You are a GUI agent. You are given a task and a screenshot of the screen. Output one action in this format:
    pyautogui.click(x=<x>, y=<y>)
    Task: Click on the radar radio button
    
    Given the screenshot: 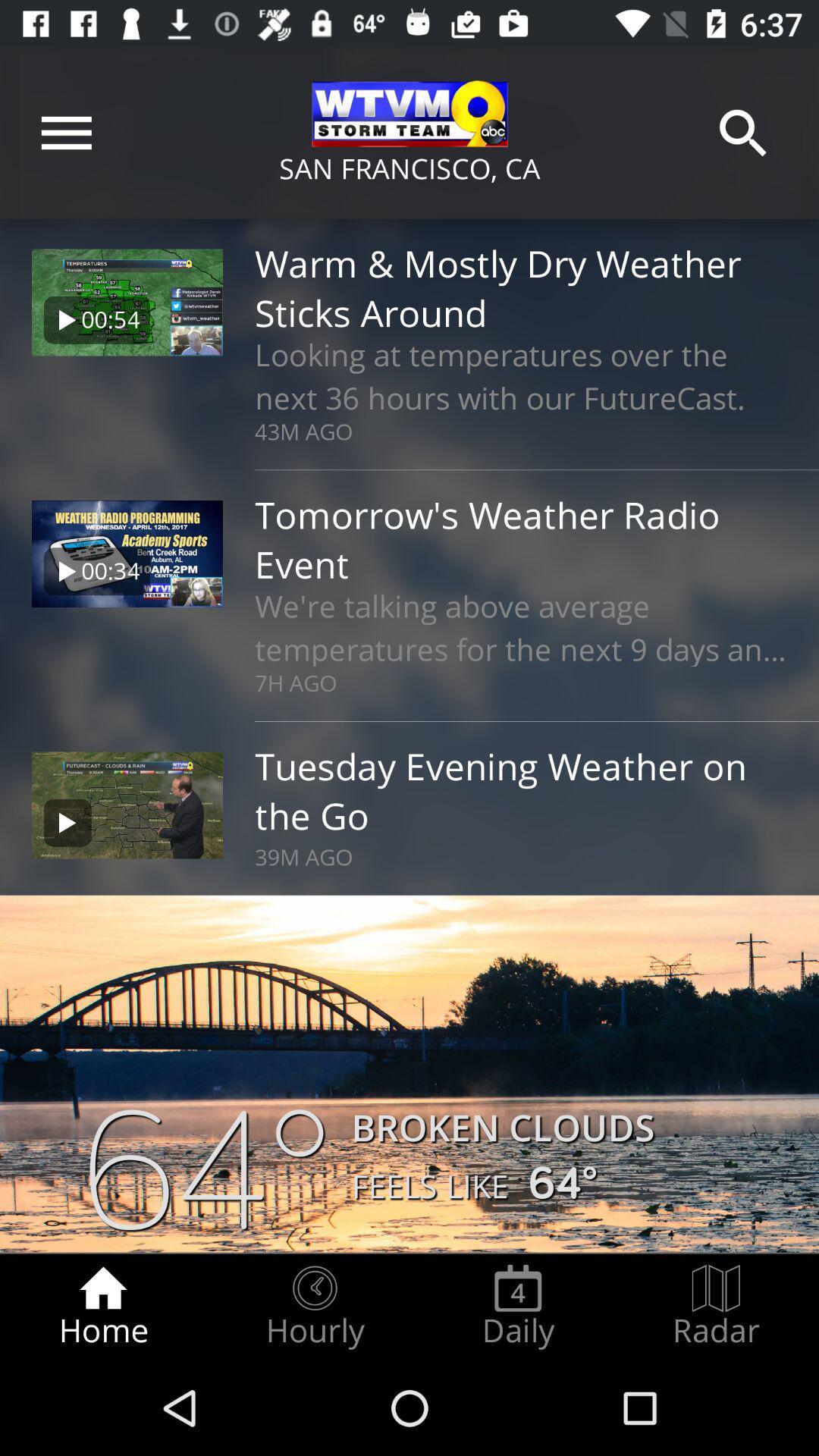 What is the action you would take?
    pyautogui.click(x=716, y=1306)
    